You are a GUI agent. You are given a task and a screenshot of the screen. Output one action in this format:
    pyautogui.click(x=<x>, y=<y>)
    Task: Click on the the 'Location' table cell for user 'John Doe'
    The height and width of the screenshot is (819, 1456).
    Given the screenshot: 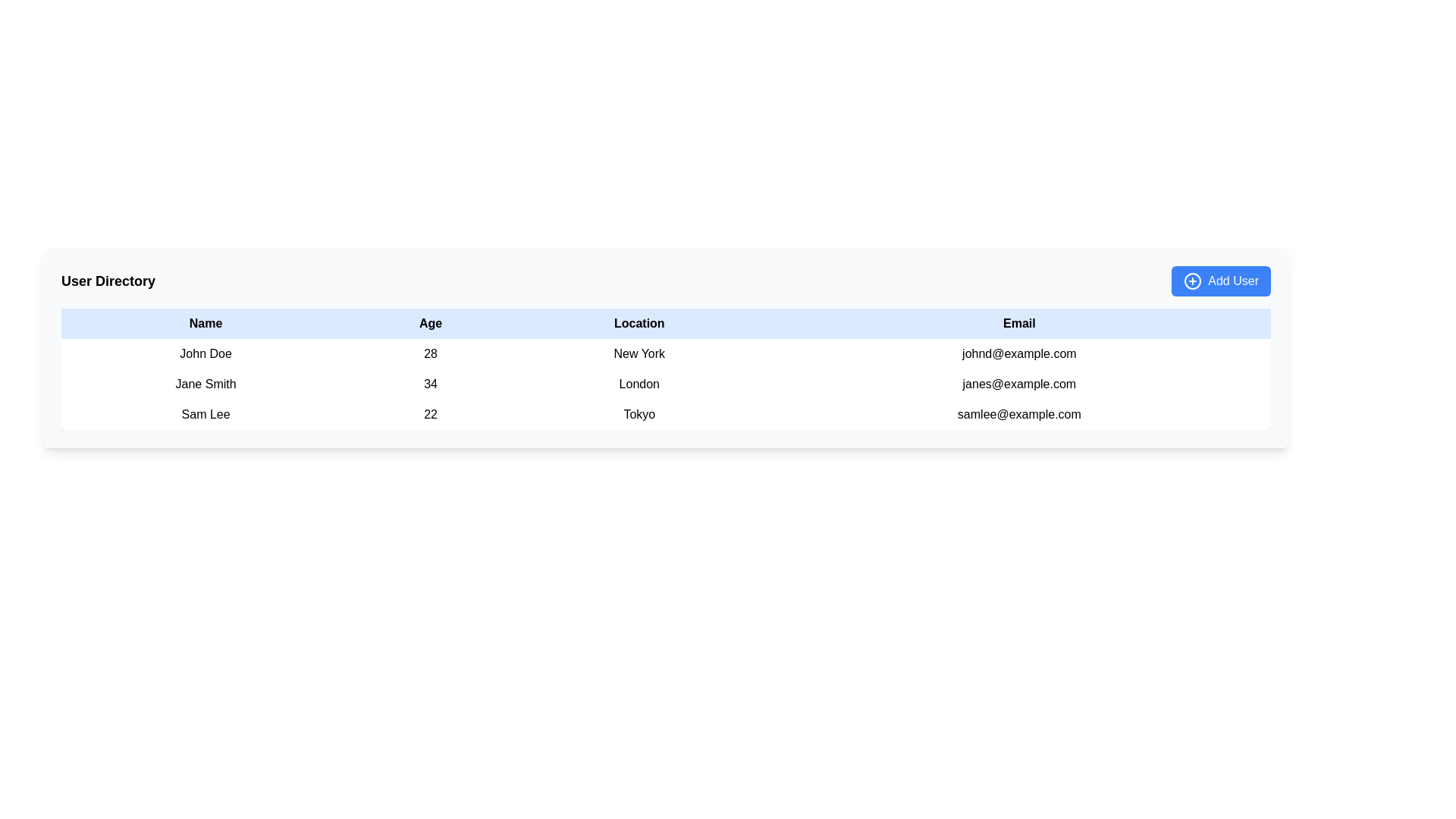 What is the action you would take?
    pyautogui.click(x=639, y=353)
    